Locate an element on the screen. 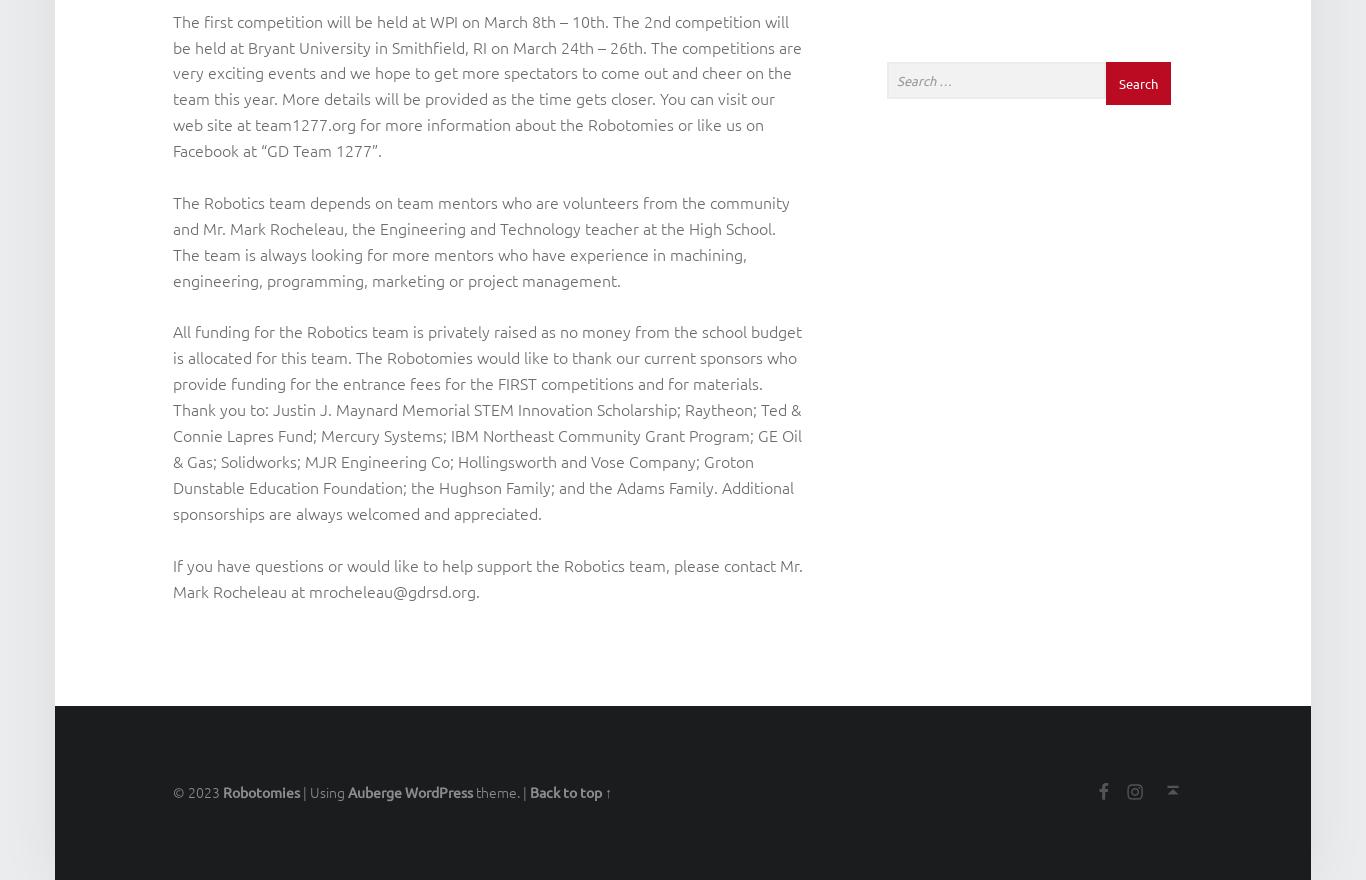 The image size is (1366, 880). 'Back to top ↑' is located at coordinates (569, 792).